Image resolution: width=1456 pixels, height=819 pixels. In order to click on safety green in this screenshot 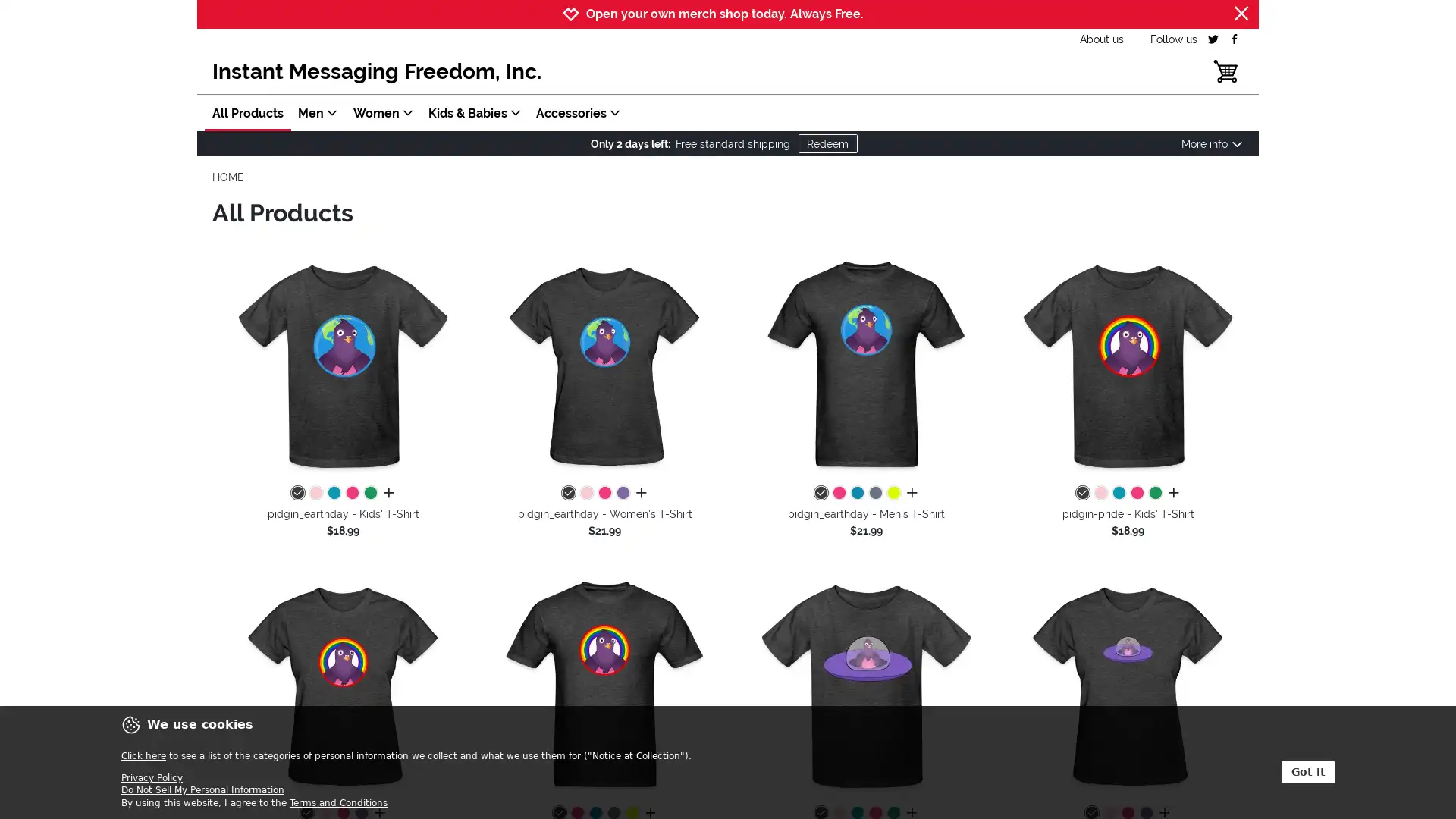, I will do `click(893, 494)`.